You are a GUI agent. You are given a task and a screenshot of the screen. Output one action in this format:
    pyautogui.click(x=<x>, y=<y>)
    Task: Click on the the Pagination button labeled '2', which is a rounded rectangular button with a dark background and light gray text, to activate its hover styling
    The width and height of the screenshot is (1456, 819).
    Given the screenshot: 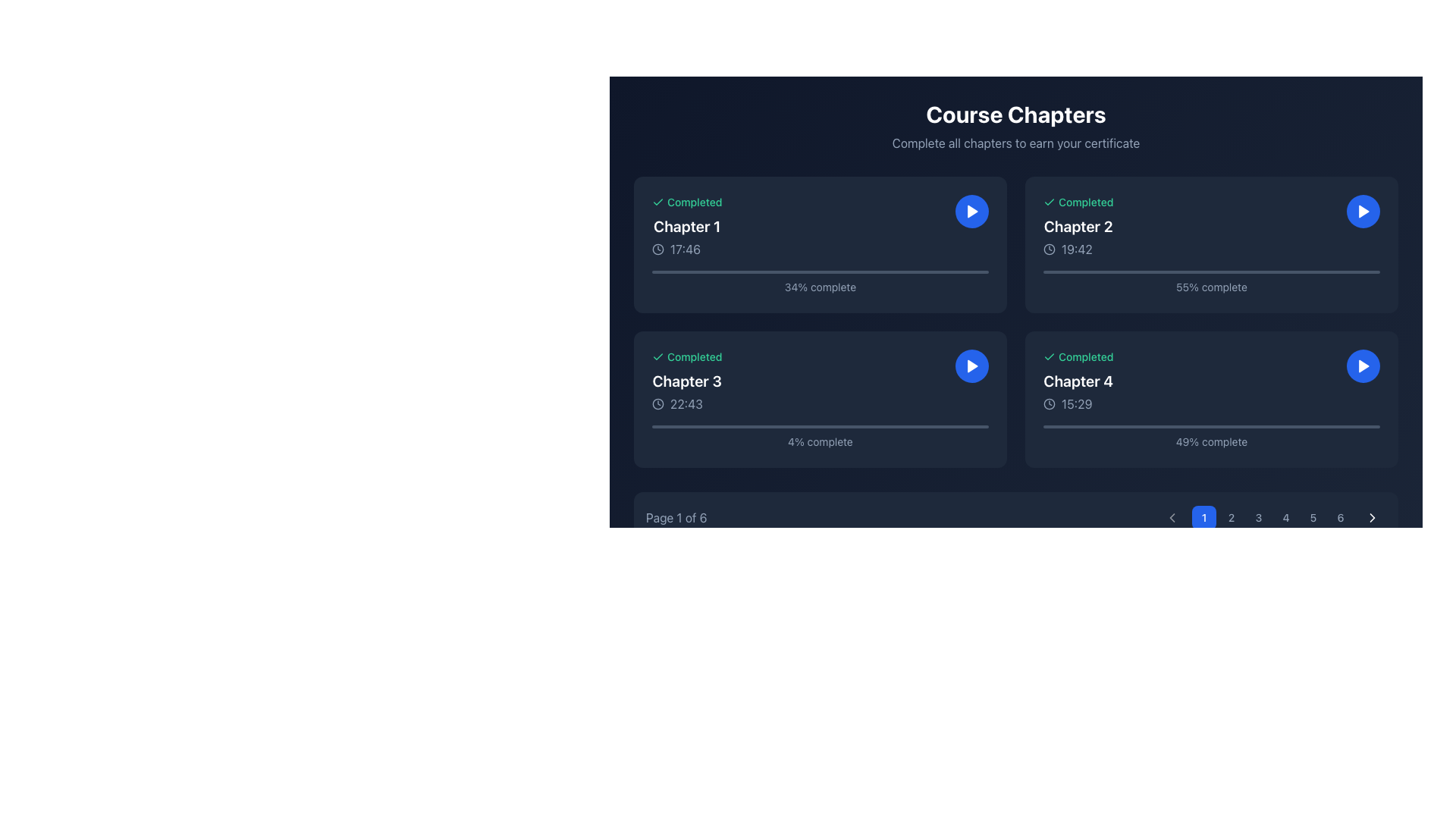 What is the action you would take?
    pyautogui.click(x=1231, y=516)
    